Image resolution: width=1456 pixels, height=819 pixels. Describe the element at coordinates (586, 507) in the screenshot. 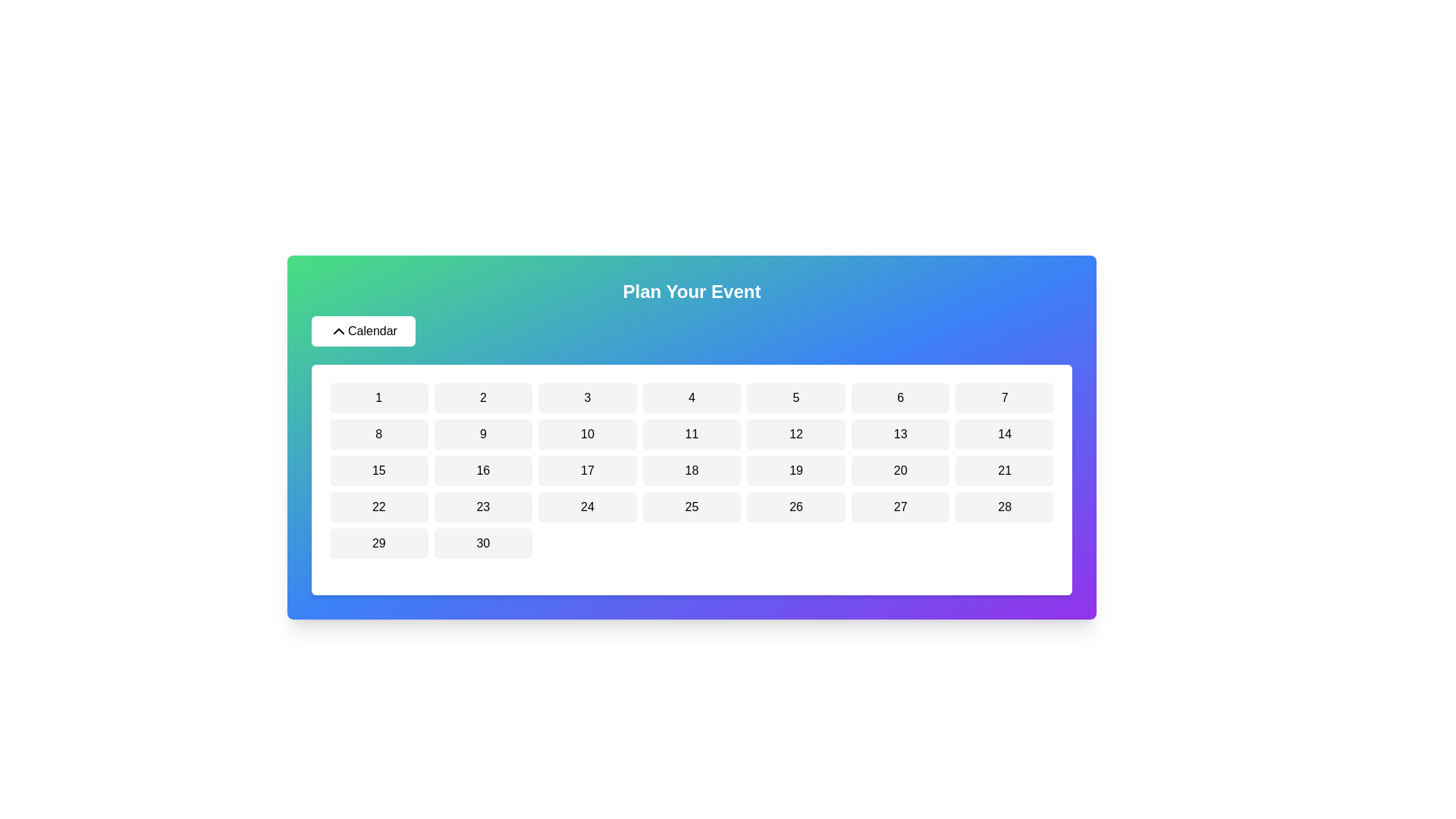

I see `the button labeled '24'` at that location.